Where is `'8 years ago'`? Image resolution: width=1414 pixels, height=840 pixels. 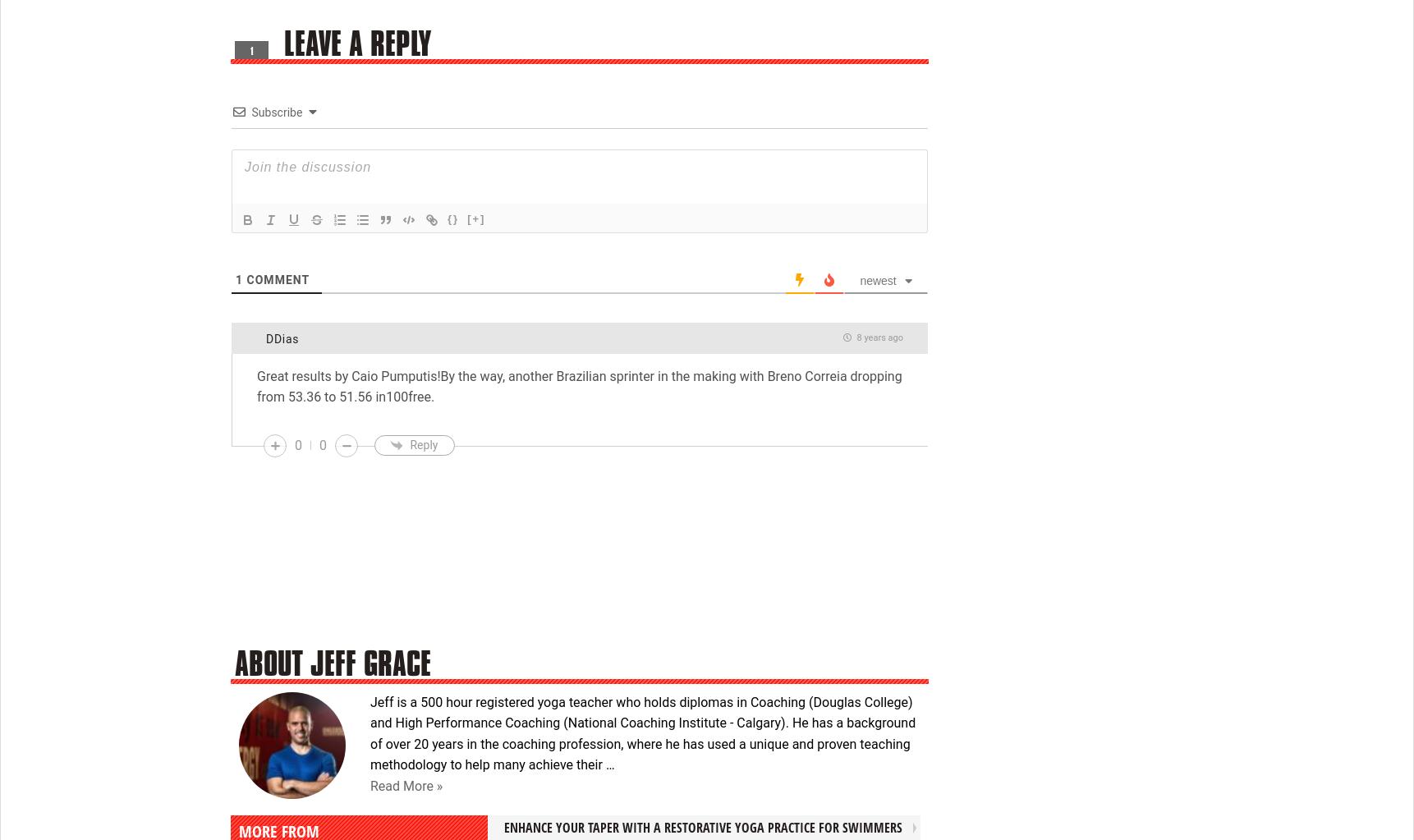
'8 years ago' is located at coordinates (878, 337).